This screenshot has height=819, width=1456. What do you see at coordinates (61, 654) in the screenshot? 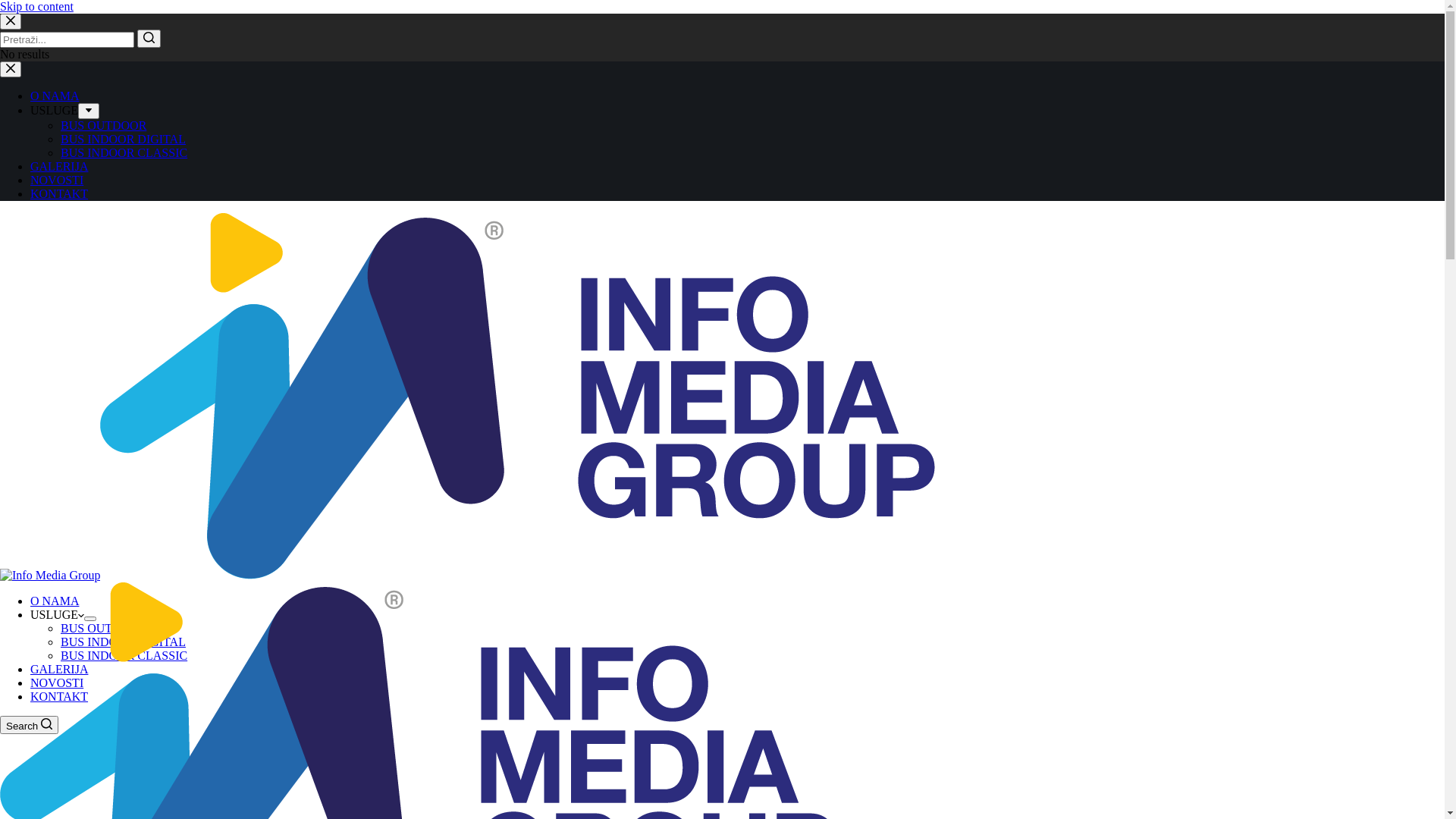
I see `'BUS INDOOR CLASSIC'` at bounding box center [61, 654].